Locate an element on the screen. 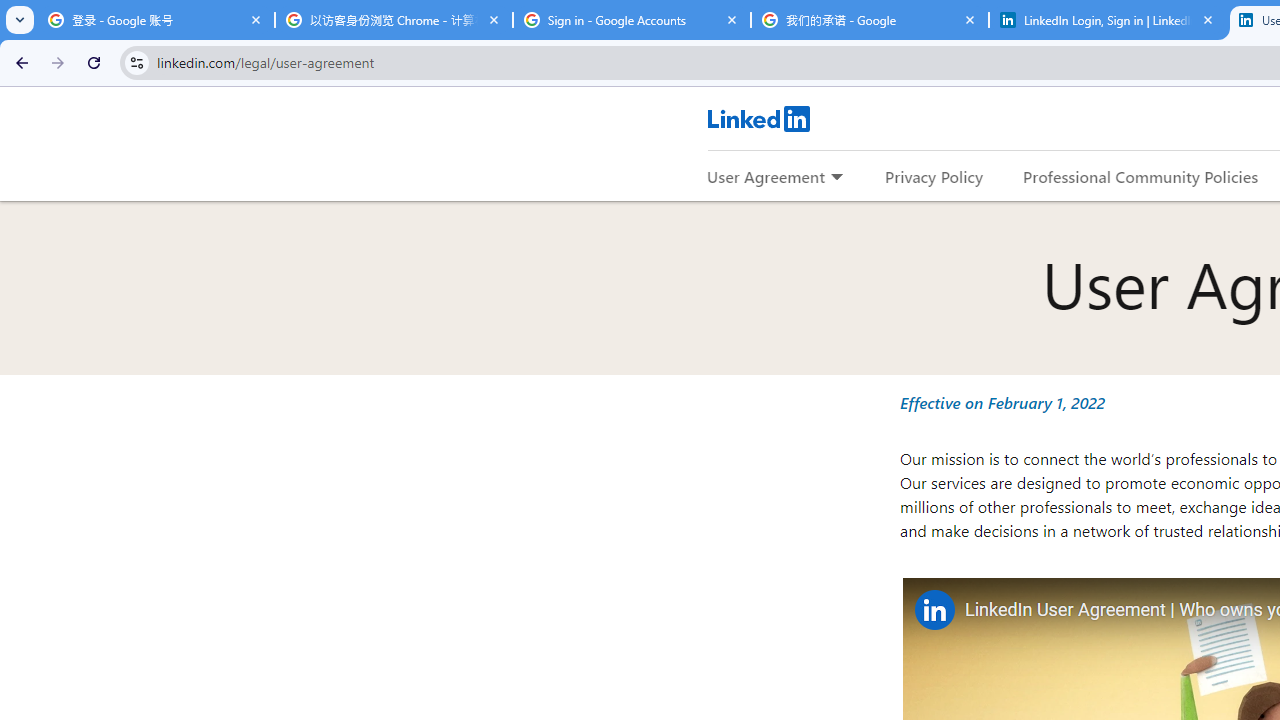 This screenshot has width=1280, height=720. 'Professional Community Policies' is located at coordinates (1141, 175).